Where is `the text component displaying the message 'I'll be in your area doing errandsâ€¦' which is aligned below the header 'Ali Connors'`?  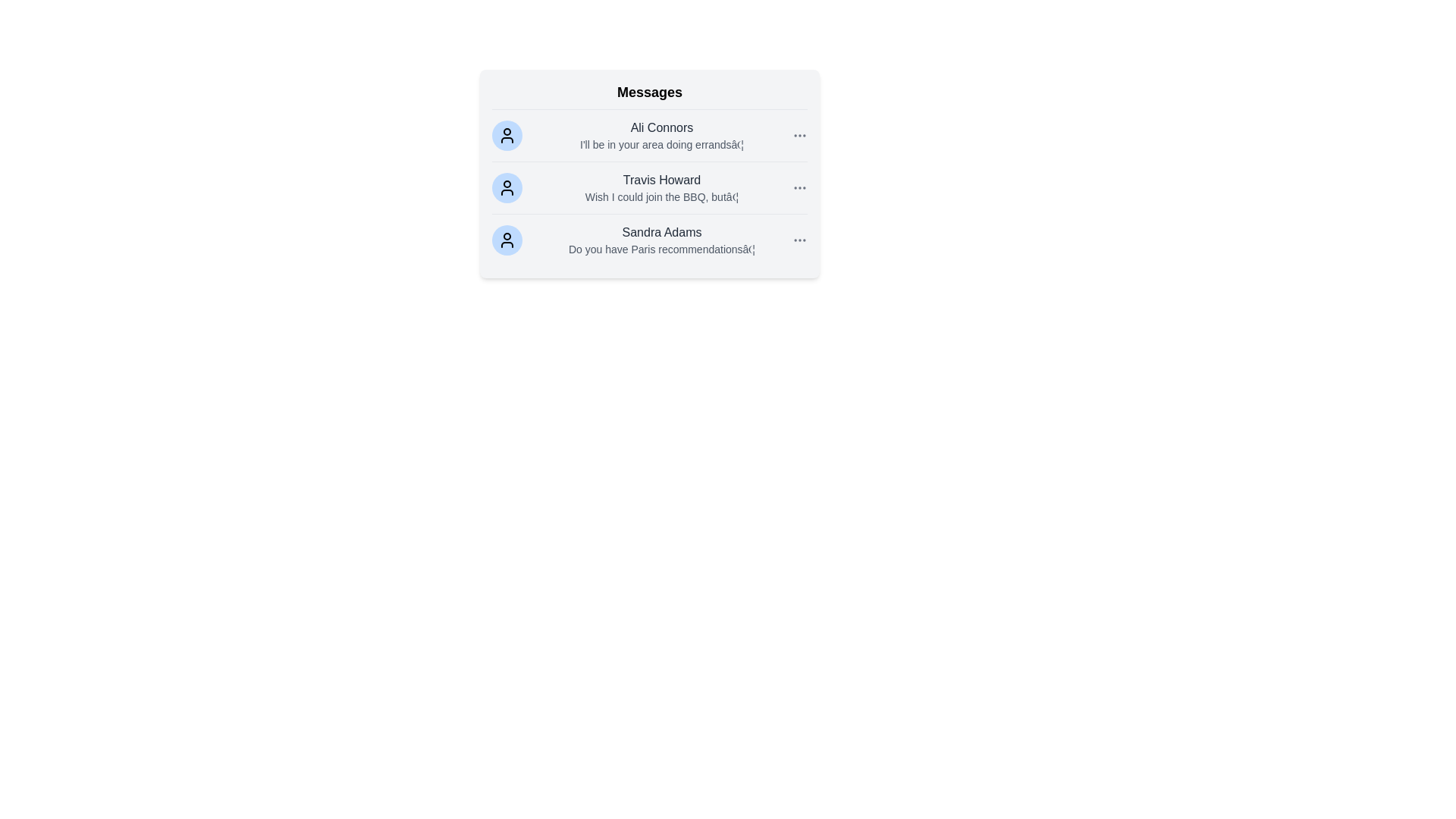
the text component displaying the message 'I'll be in your area doing errandsâ€¦' which is aligned below the header 'Ali Connors' is located at coordinates (662, 145).